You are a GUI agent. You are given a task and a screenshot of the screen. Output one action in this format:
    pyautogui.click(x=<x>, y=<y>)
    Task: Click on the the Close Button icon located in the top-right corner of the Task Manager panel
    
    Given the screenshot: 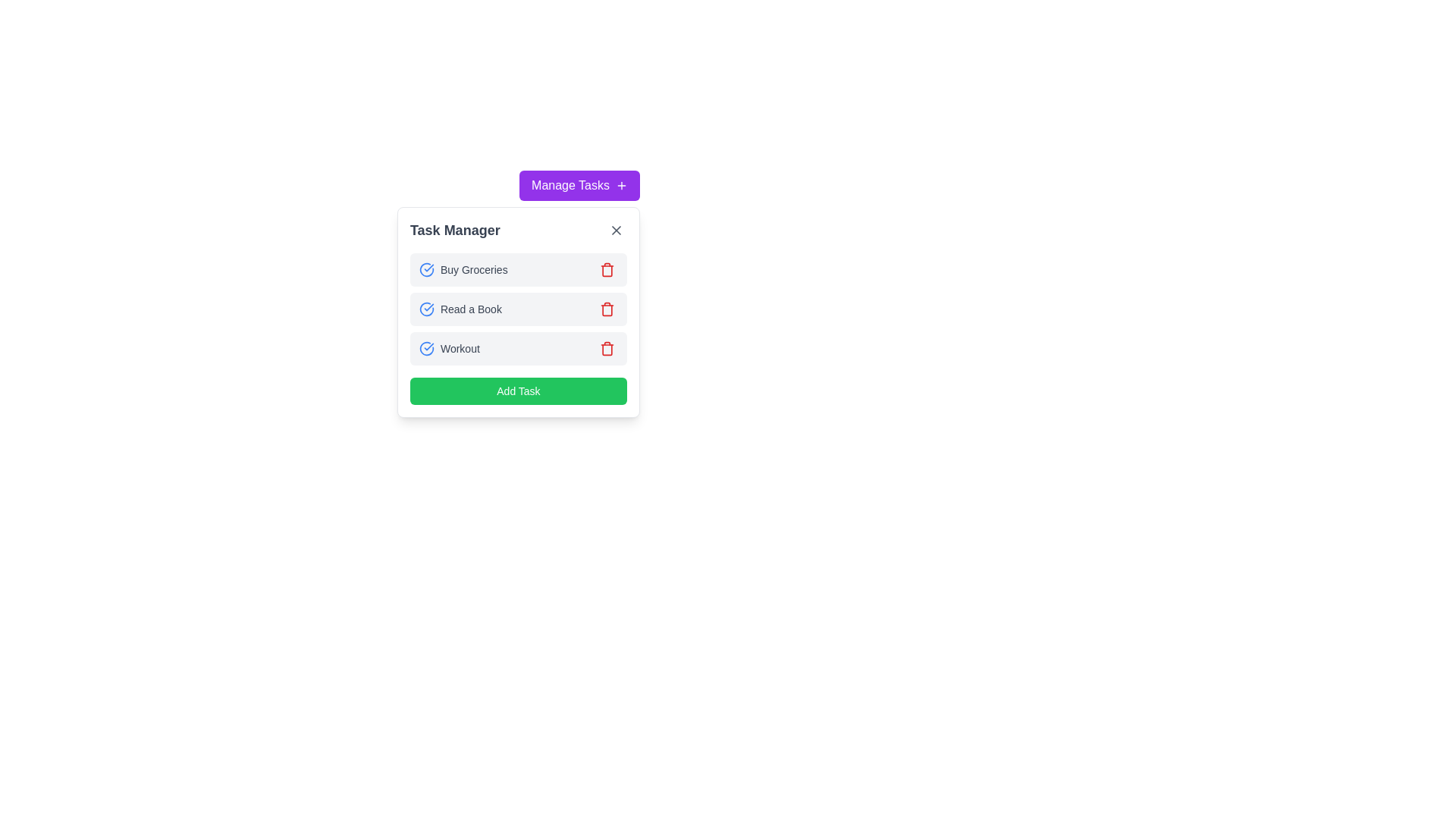 What is the action you would take?
    pyautogui.click(x=616, y=231)
    